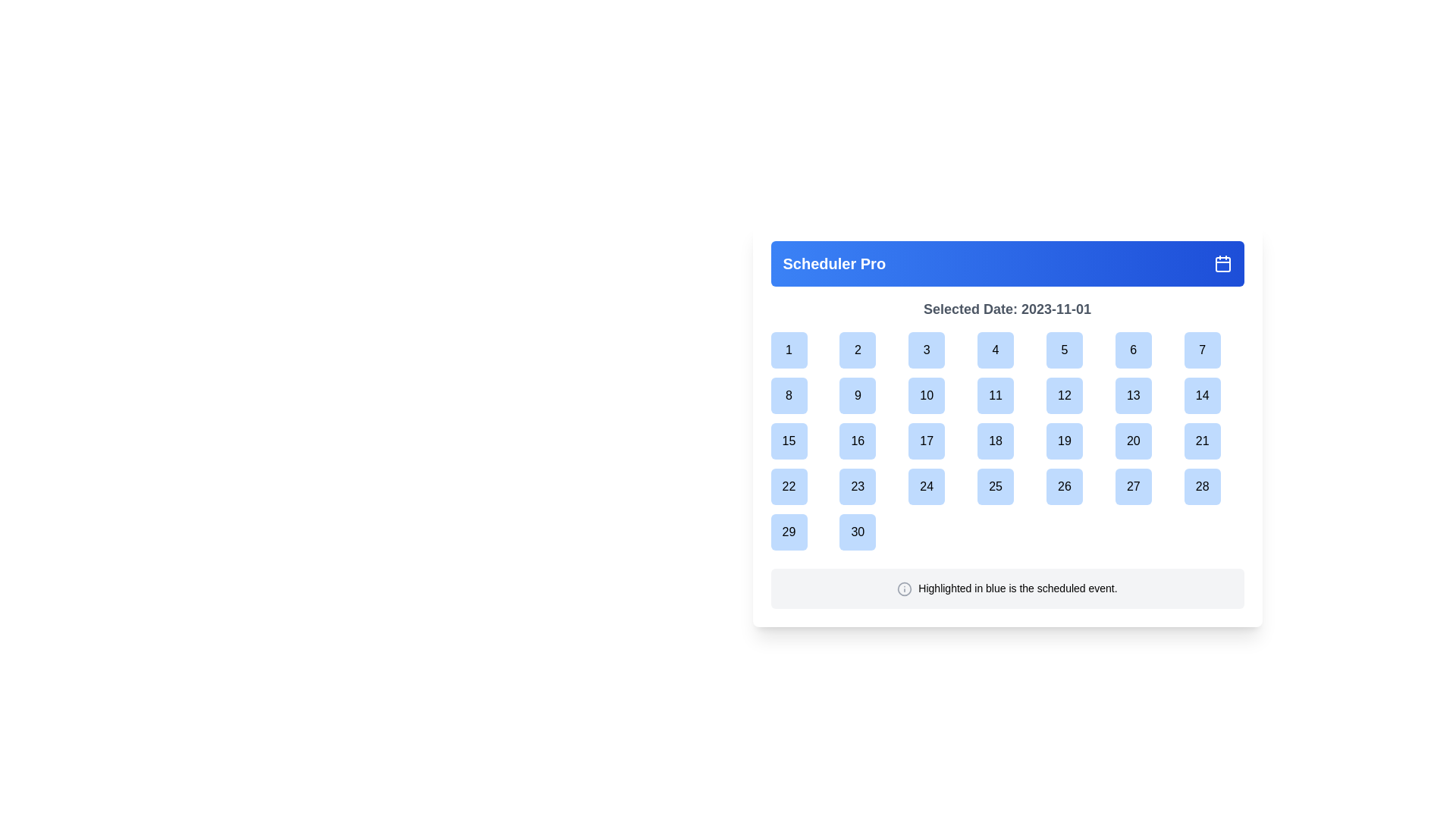  What do you see at coordinates (996, 441) in the screenshot?
I see `the button representing the 18th day` at bounding box center [996, 441].